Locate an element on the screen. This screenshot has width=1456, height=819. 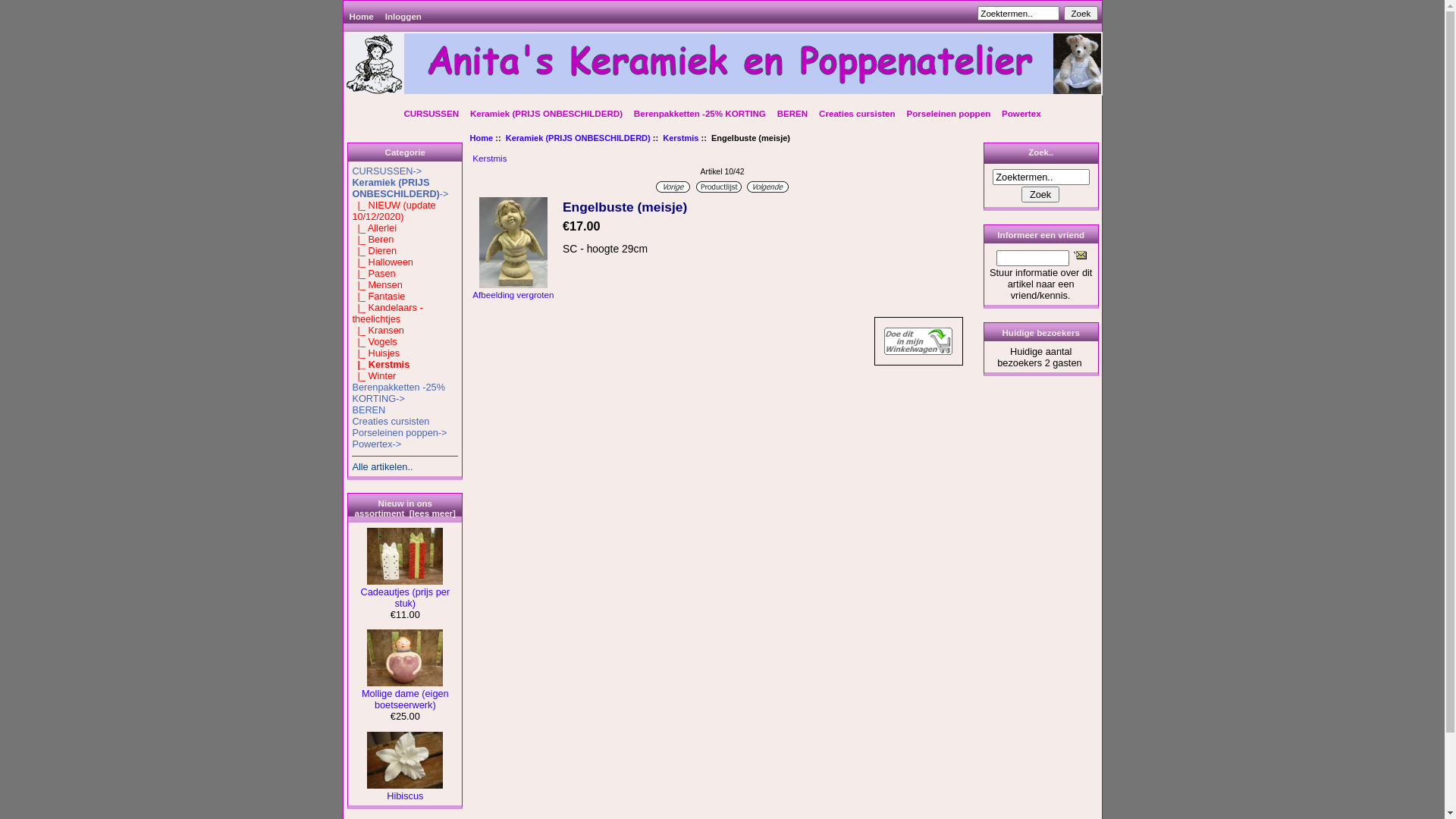
'Keramiek (PRIJS ONBESCHILDERD)->' is located at coordinates (400, 187).